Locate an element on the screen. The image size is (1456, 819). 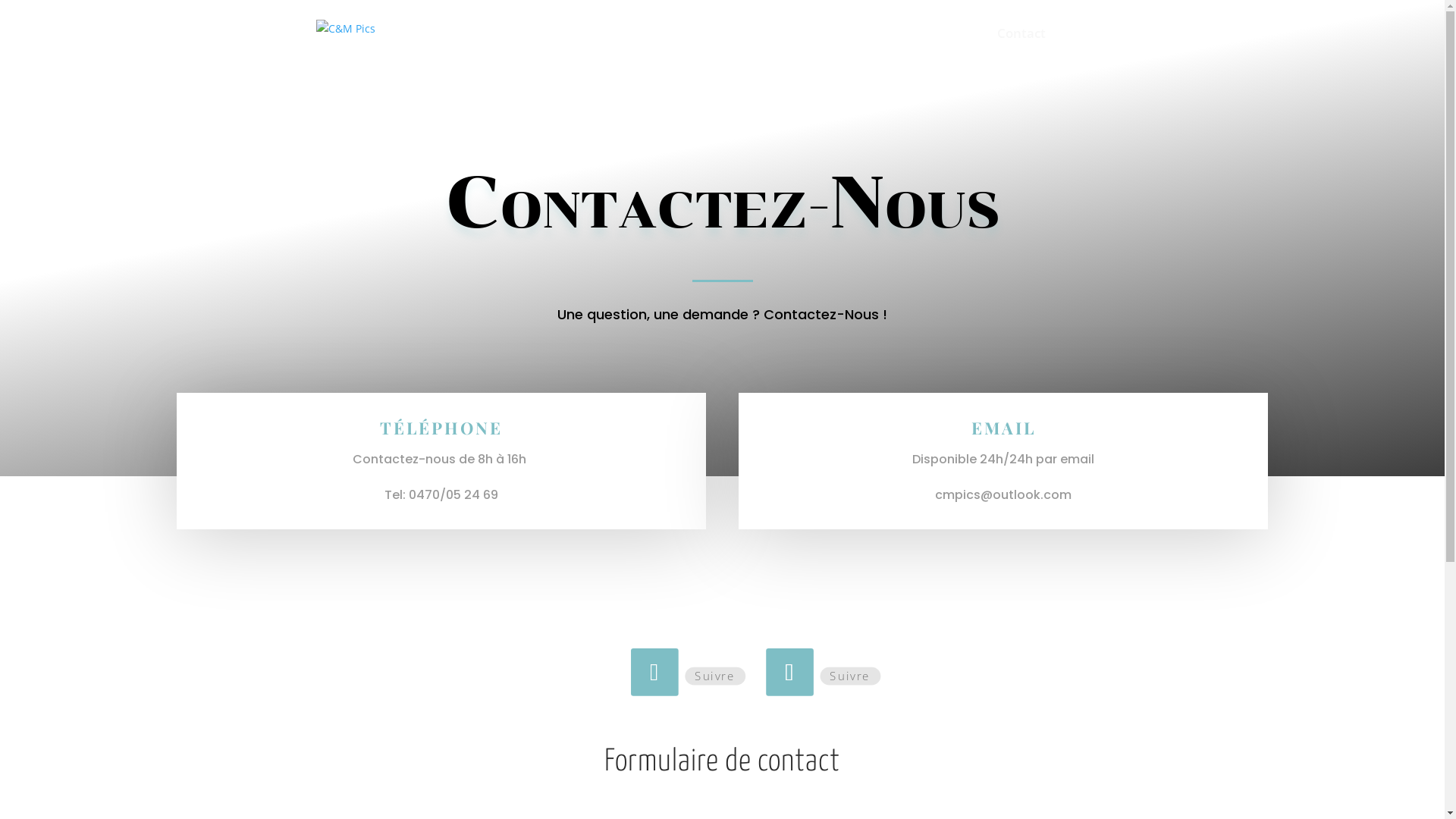
'Connexion' is located at coordinates (1098, 46).